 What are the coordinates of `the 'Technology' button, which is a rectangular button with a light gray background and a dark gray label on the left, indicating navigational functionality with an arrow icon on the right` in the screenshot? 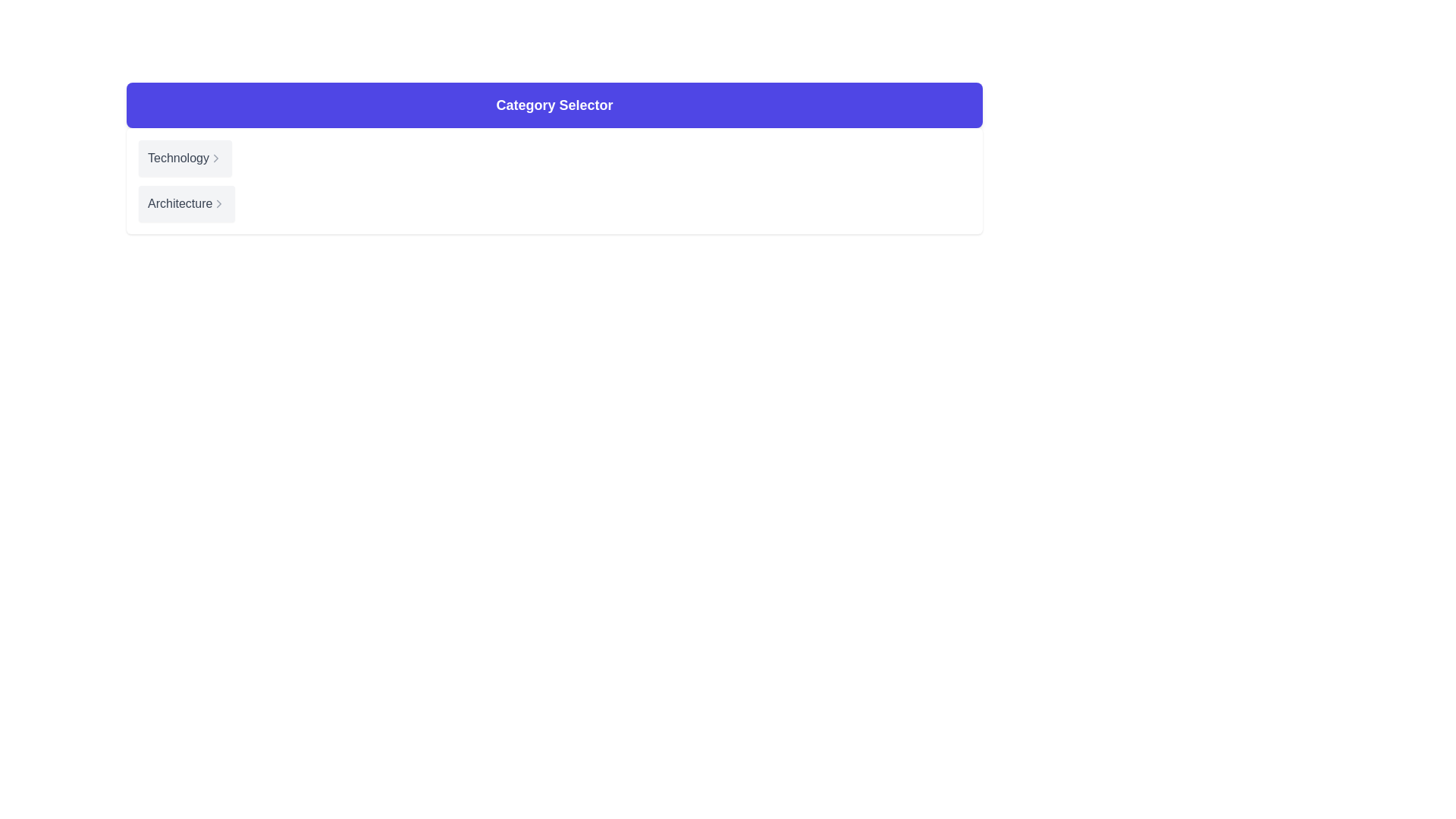 It's located at (184, 158).